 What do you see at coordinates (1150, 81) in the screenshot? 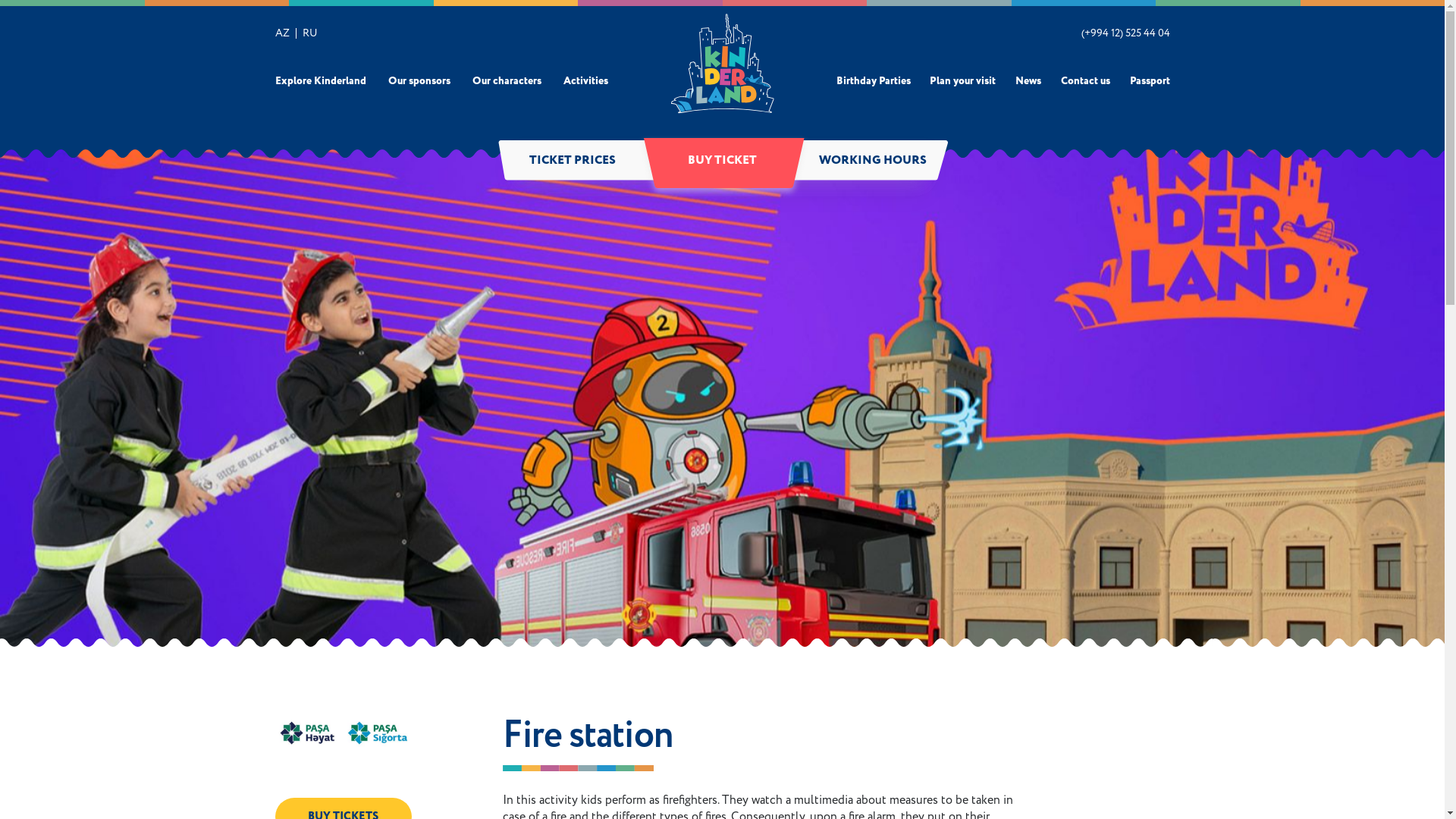
I see `'Passport'` at bounding box center [1150, 81].